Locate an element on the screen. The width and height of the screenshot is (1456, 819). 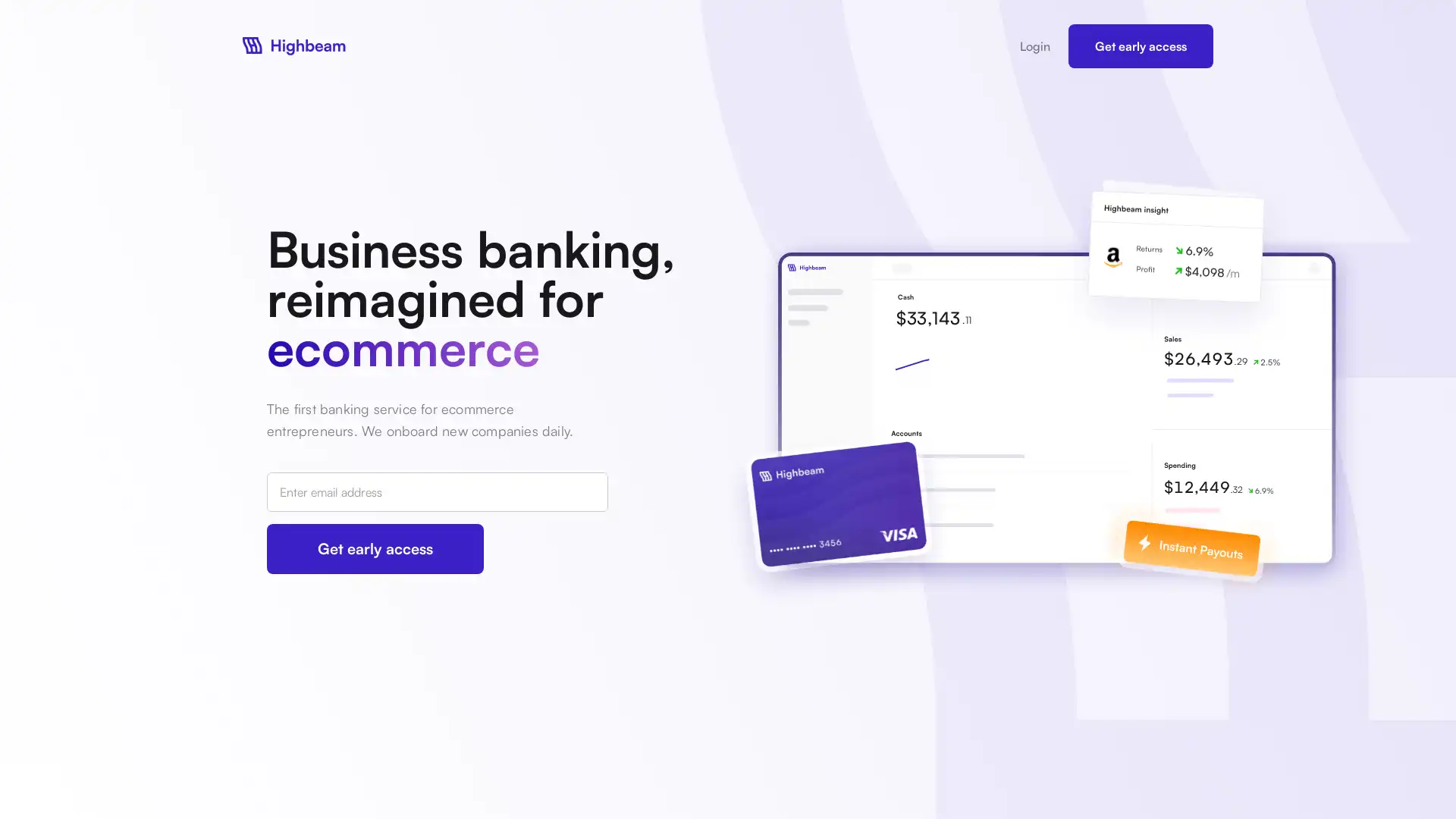
Get early access is located at coordinates (375, 548).